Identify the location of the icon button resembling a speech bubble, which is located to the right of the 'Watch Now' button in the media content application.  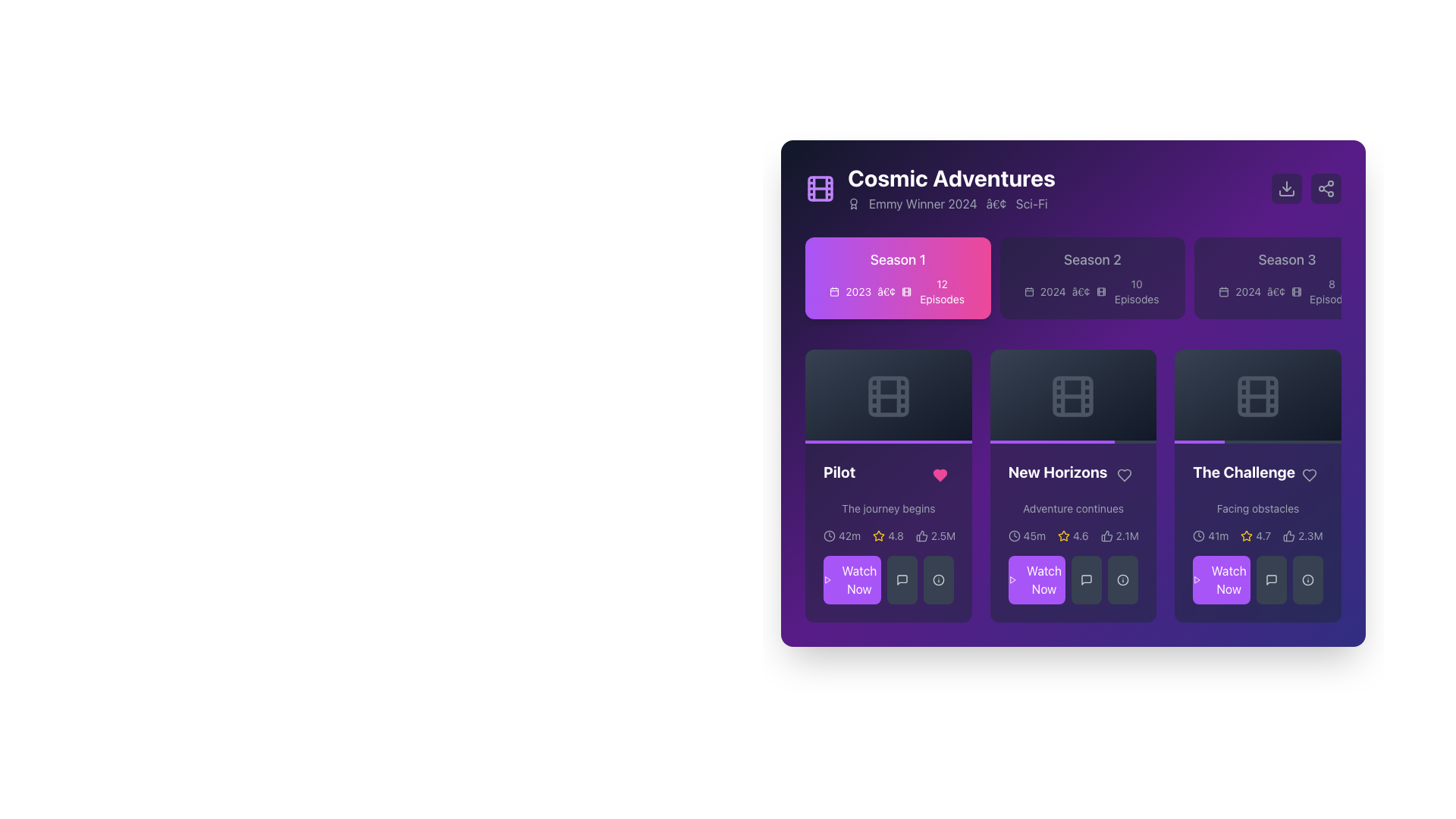
(902, 579).